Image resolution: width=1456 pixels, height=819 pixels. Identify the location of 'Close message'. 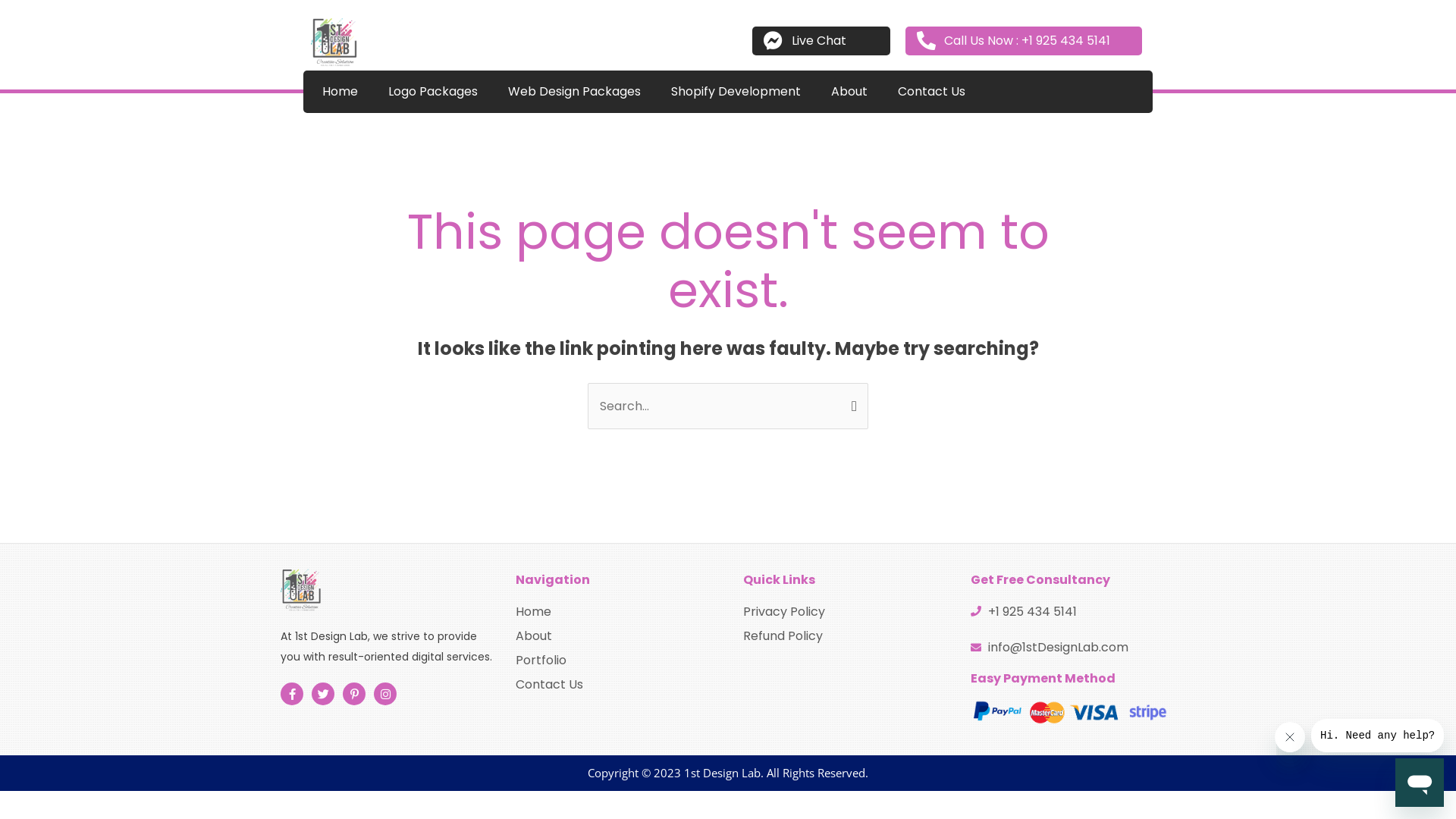
(1288, 736).